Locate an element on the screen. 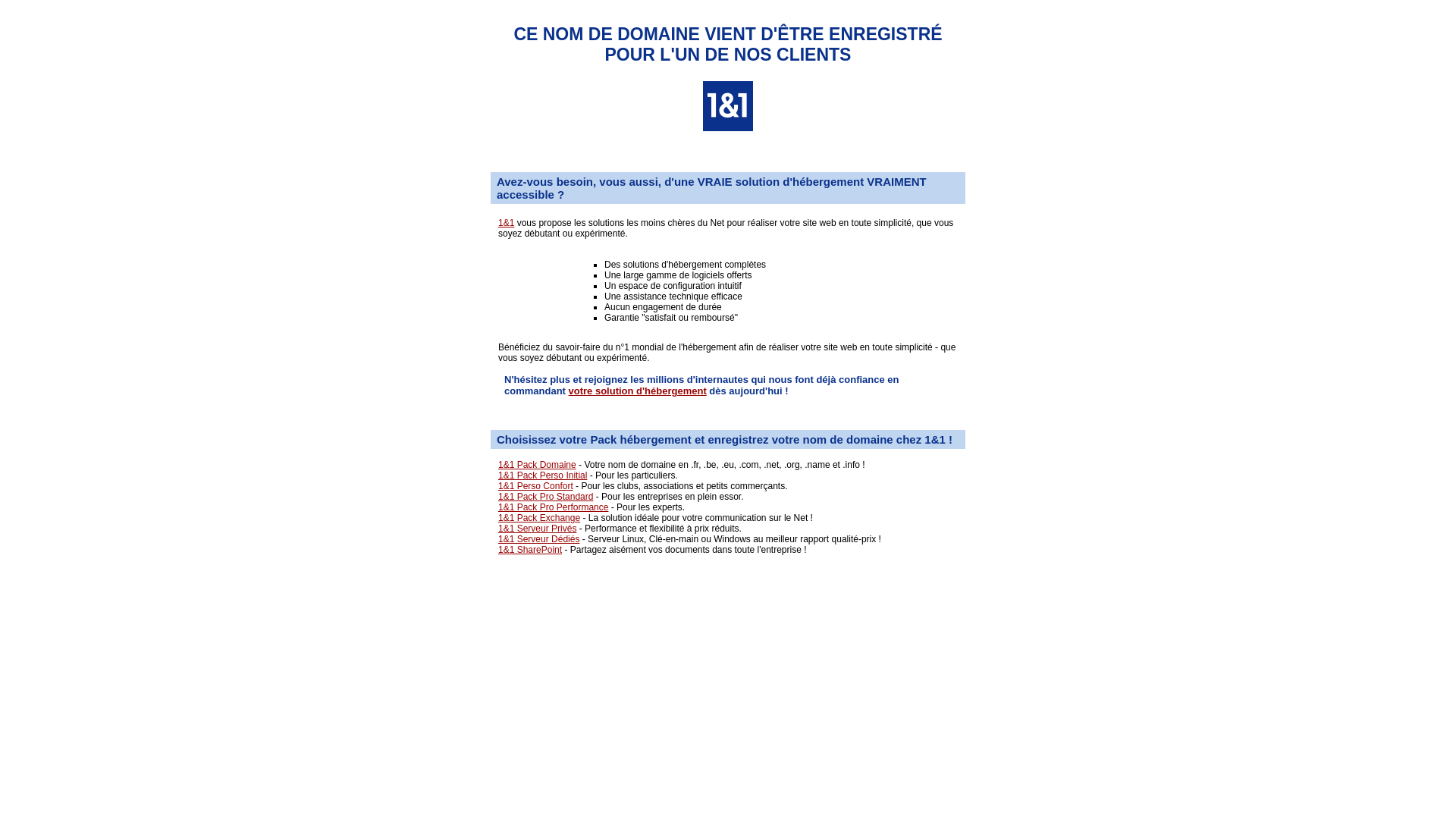 The image size is (1456, 819). '1&1 Pack Pro Standard' is located at coordinates (545, 497).